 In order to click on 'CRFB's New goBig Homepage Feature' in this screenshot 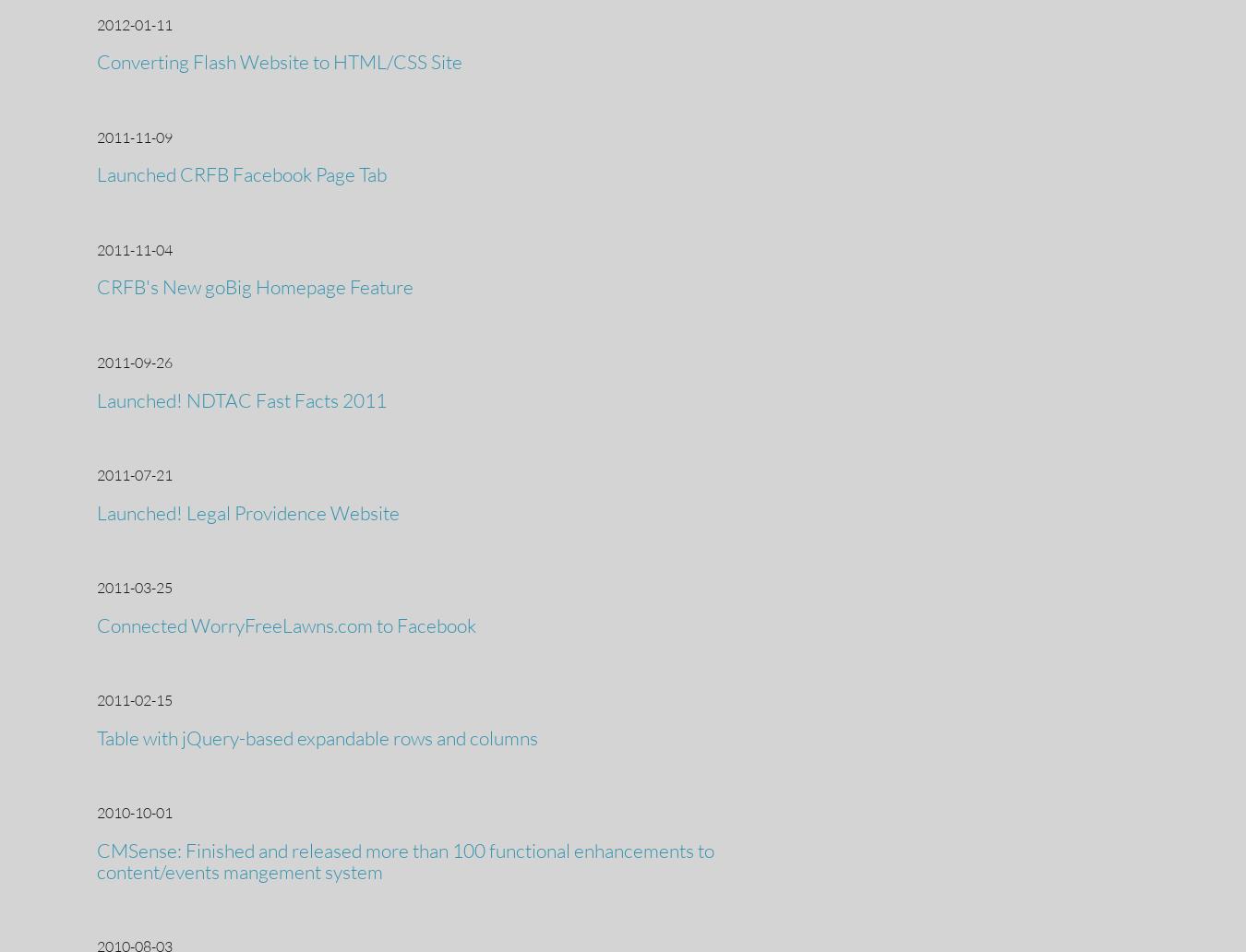, I will do `click(254, 287)`.